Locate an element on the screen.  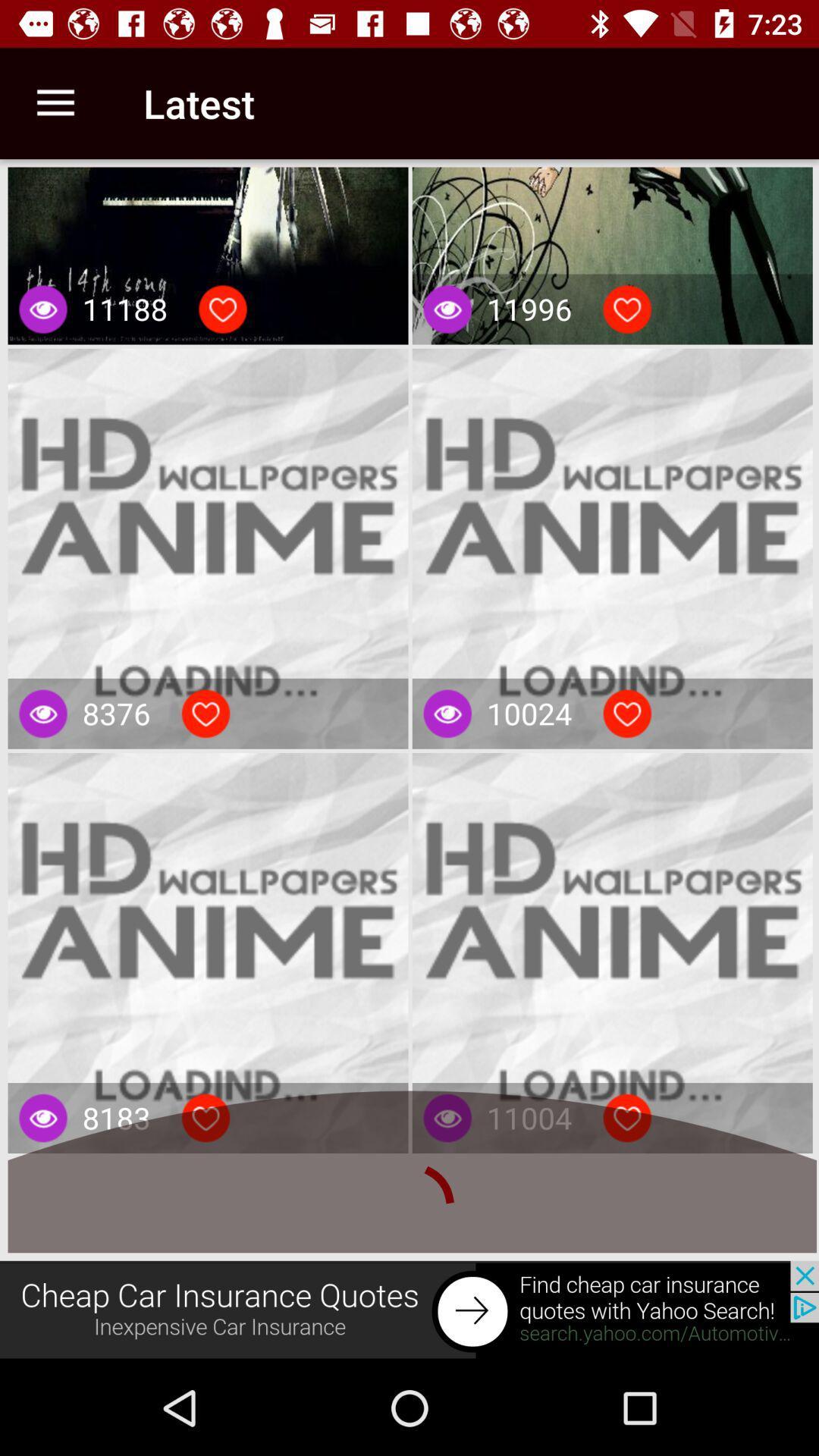
like button is located at coordinates (222, 309).